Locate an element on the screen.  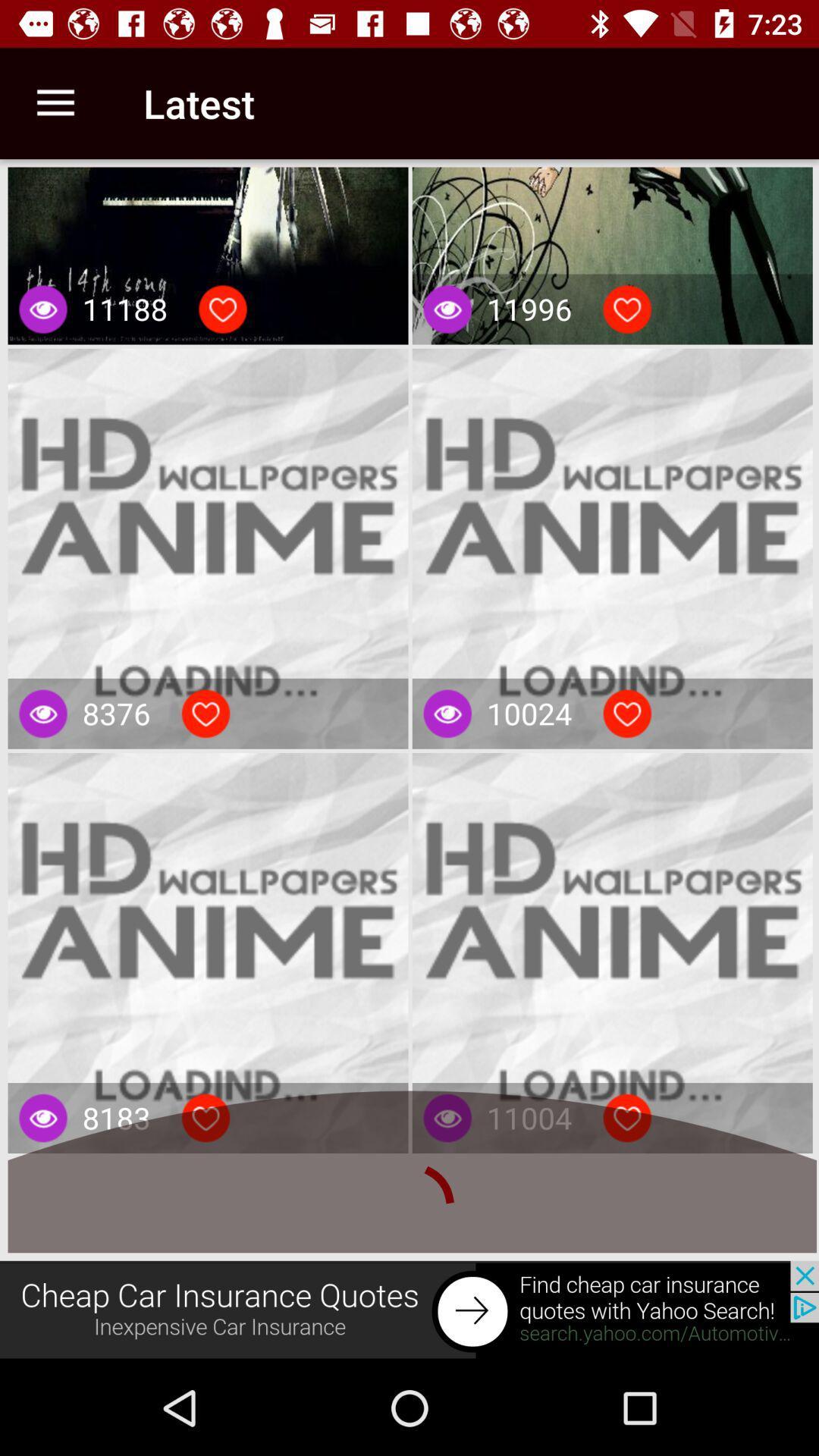
like button is located at coordinates (222, 309).